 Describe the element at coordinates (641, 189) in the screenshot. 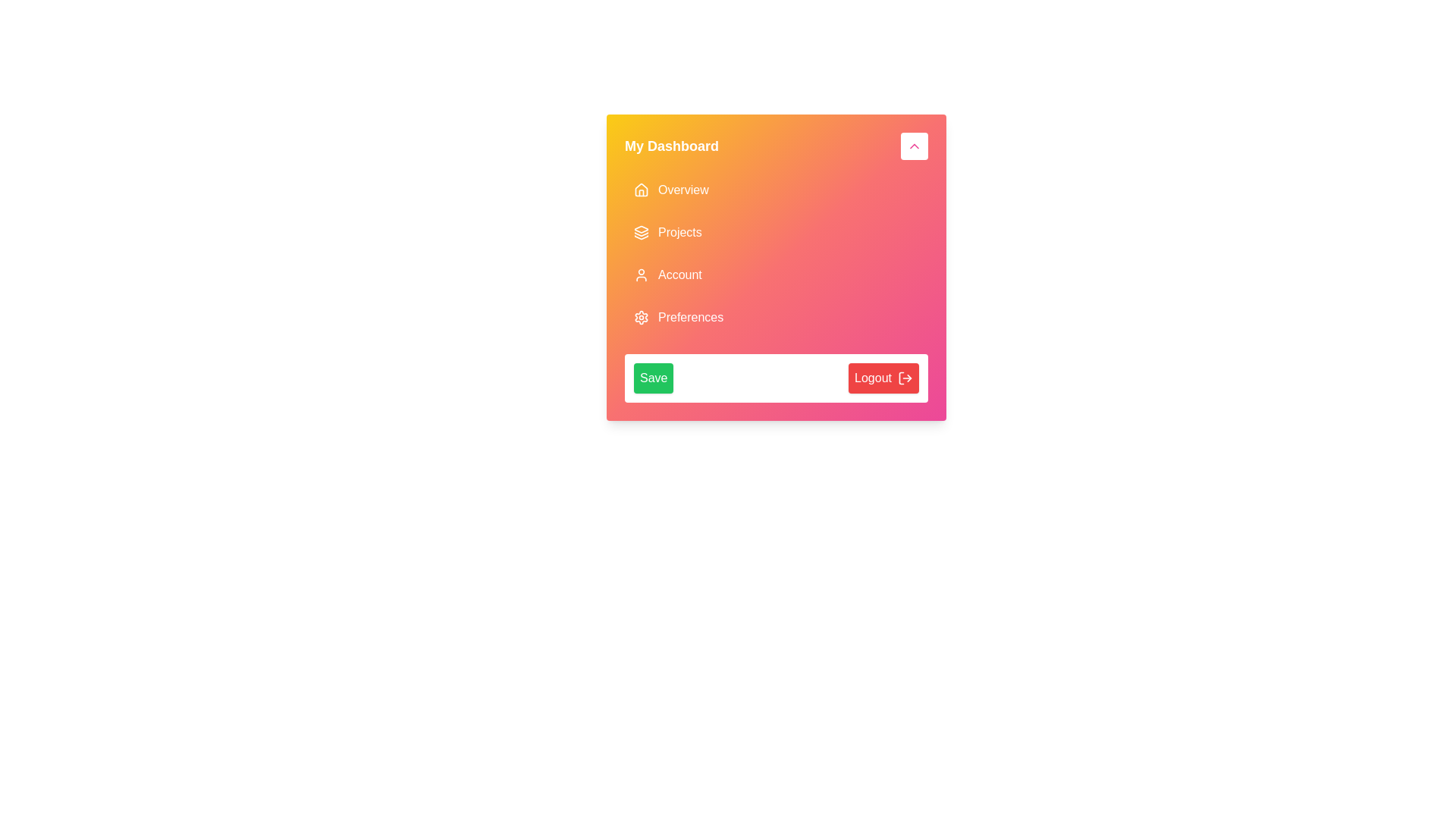

I see `the house-shaped icon located to the left of the 'Overview' button` at that location.